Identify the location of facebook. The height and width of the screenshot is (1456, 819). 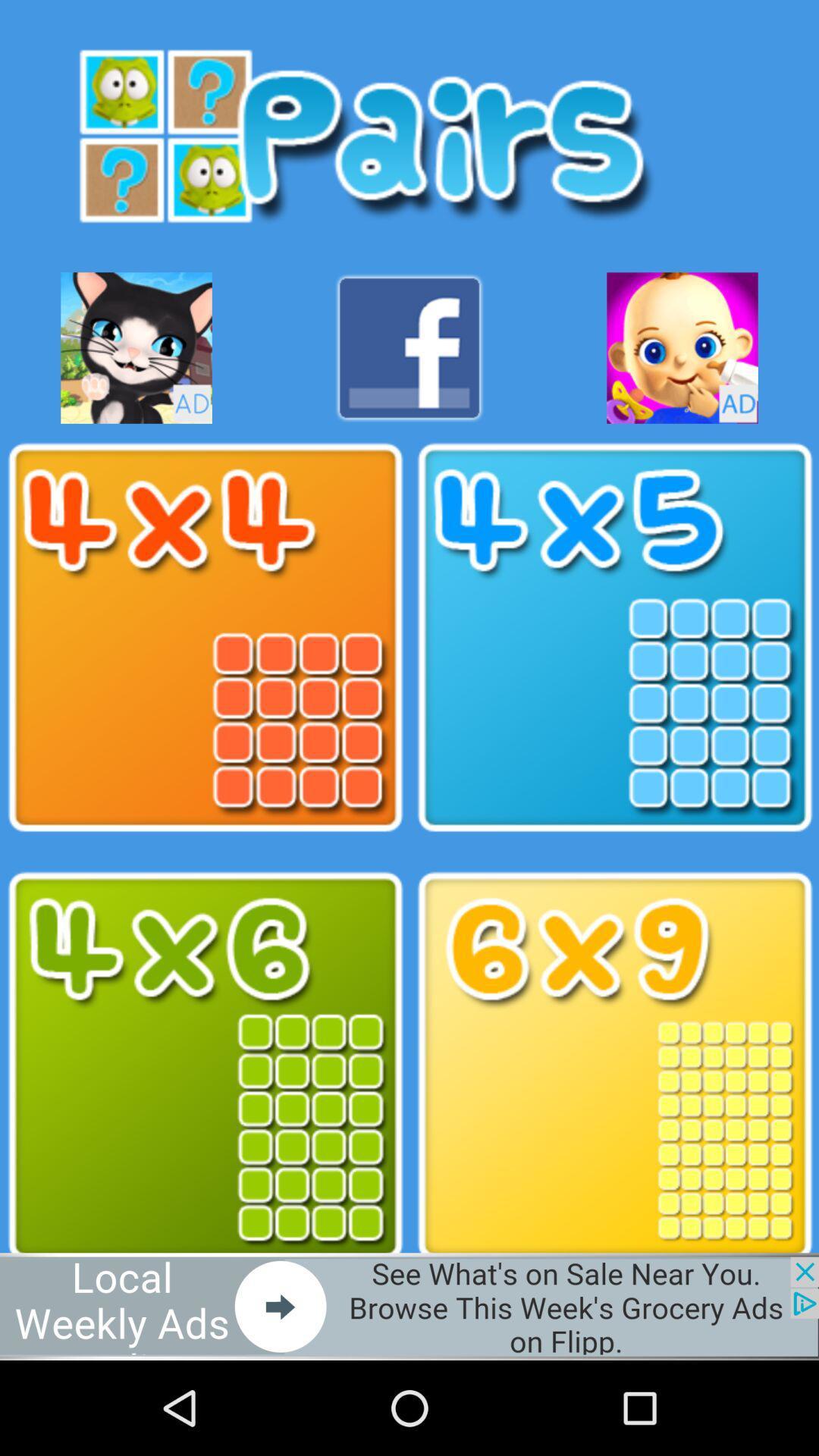
(409, 347).